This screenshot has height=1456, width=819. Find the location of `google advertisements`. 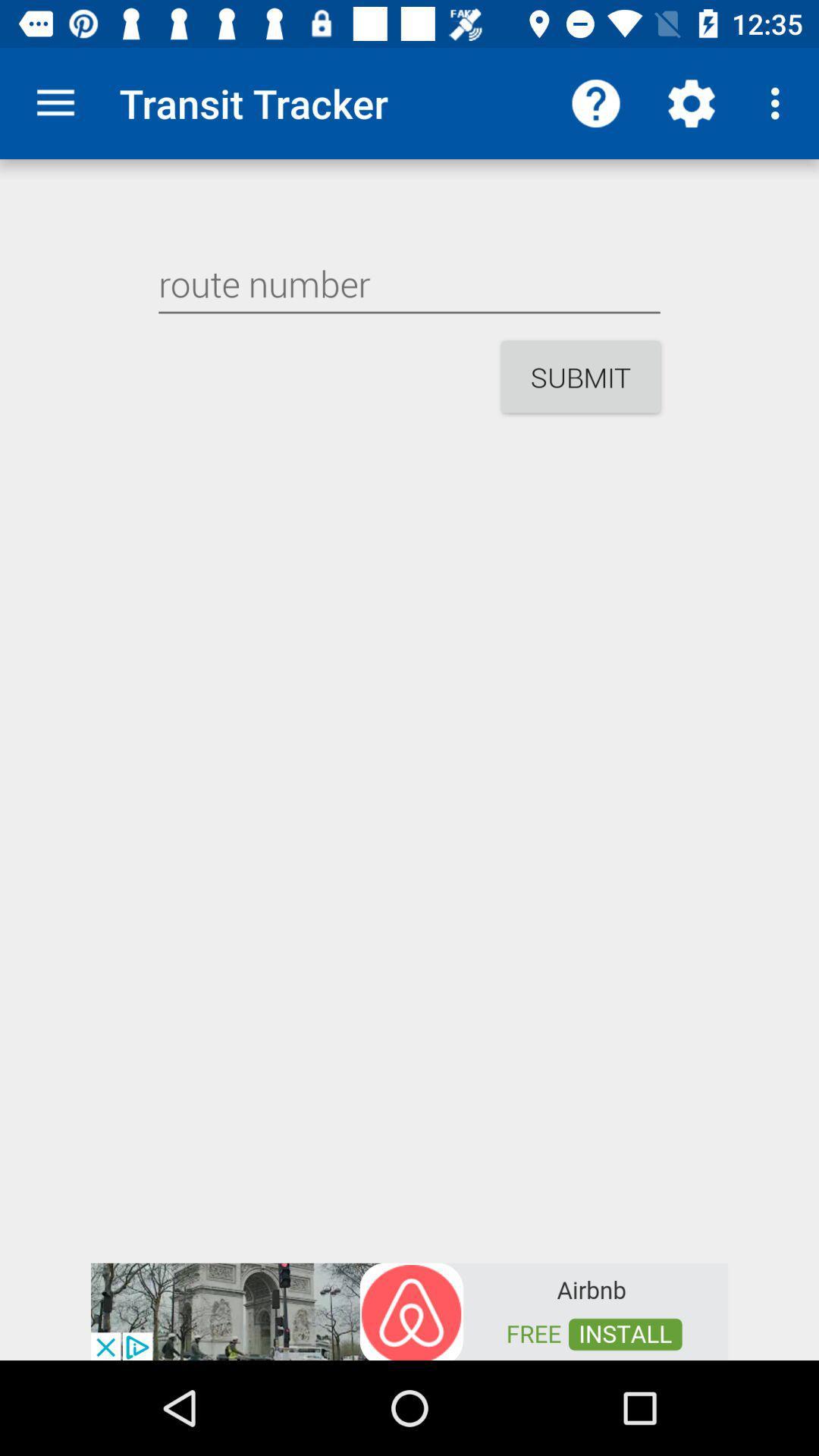

google advertisements is located at coordinates (409, 1310).